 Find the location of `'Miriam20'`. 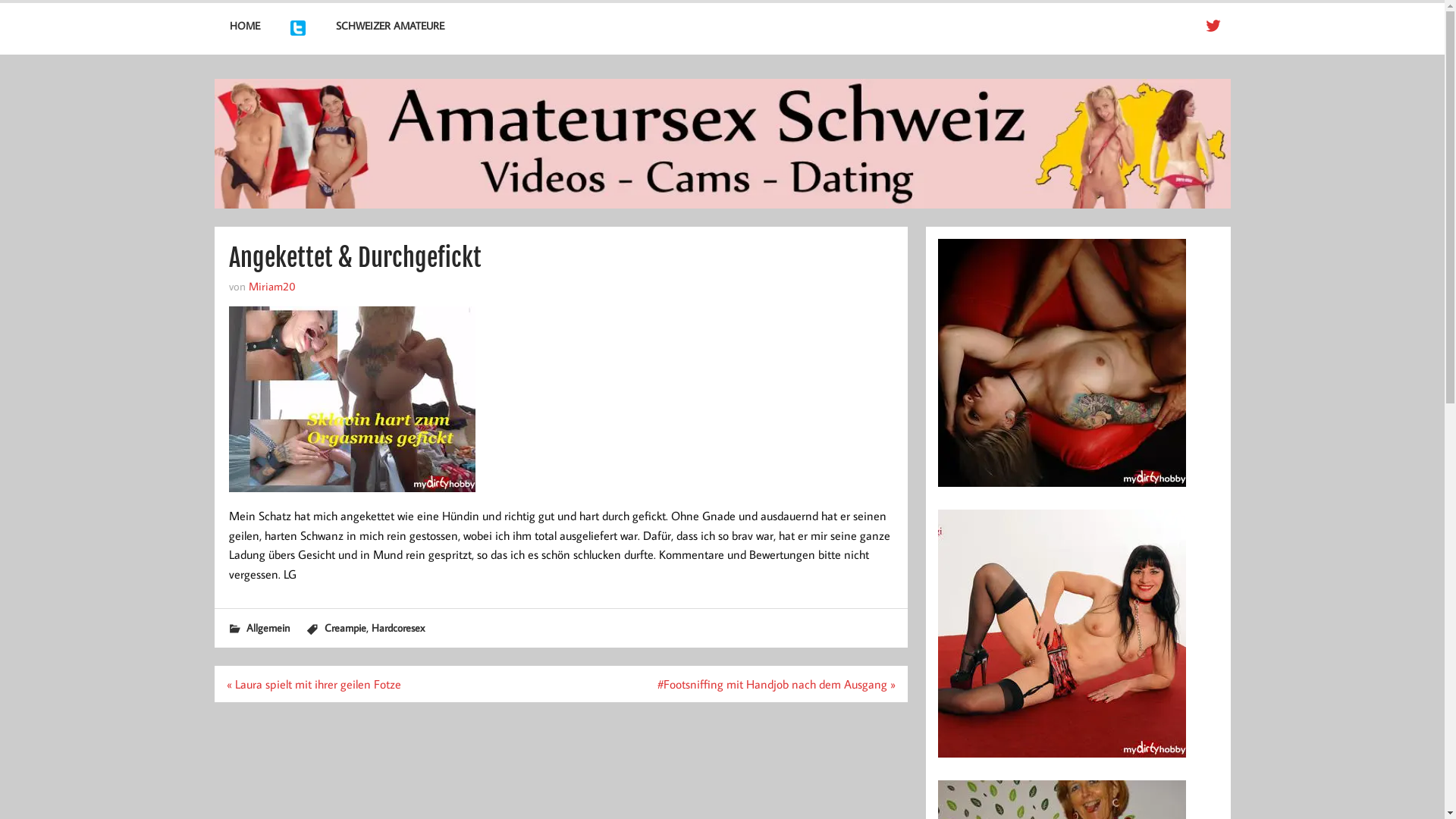

'Miriam20' is located at coordinates (272, 286).